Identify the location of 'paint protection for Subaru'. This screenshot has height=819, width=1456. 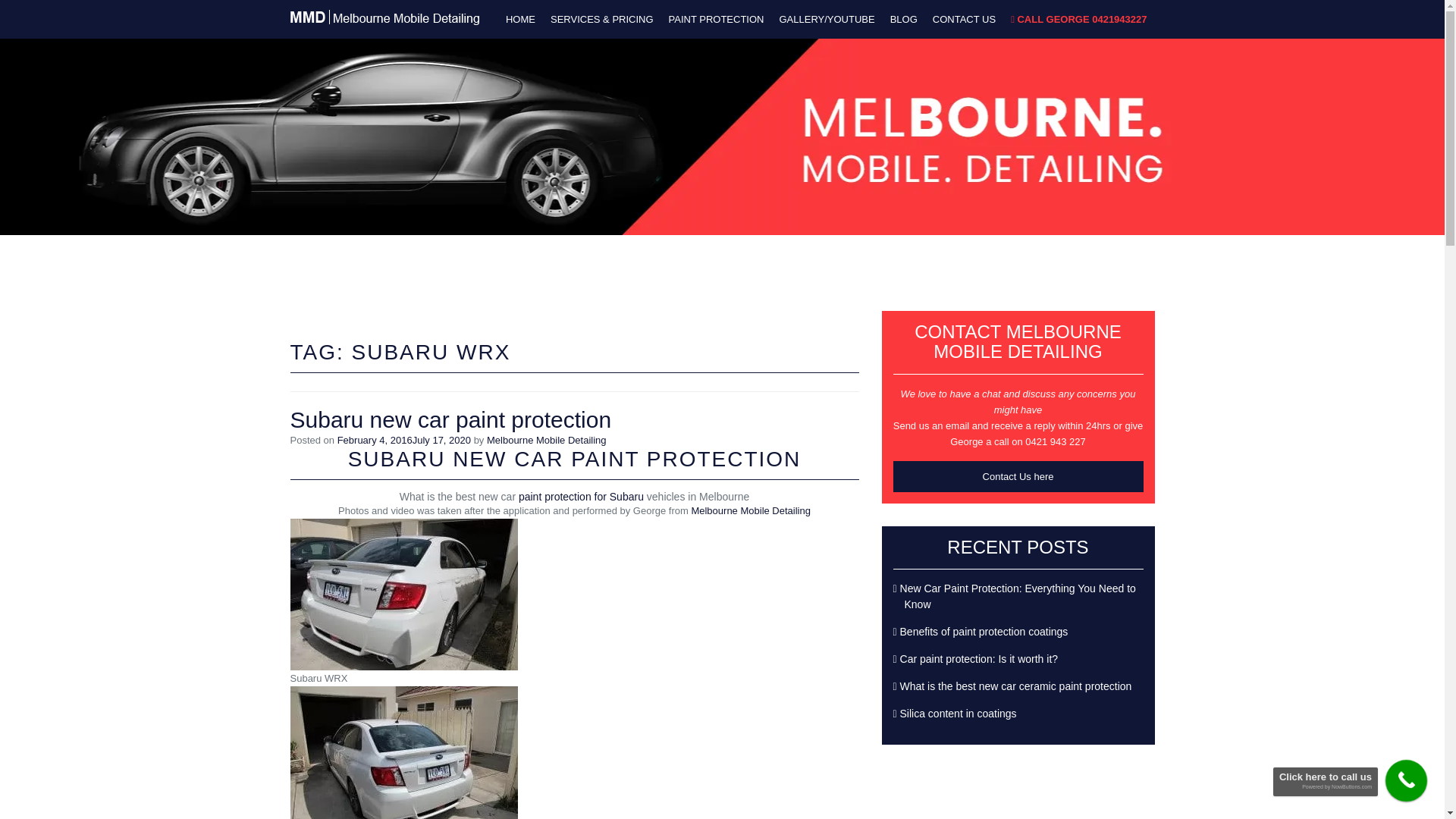
(580, 497).